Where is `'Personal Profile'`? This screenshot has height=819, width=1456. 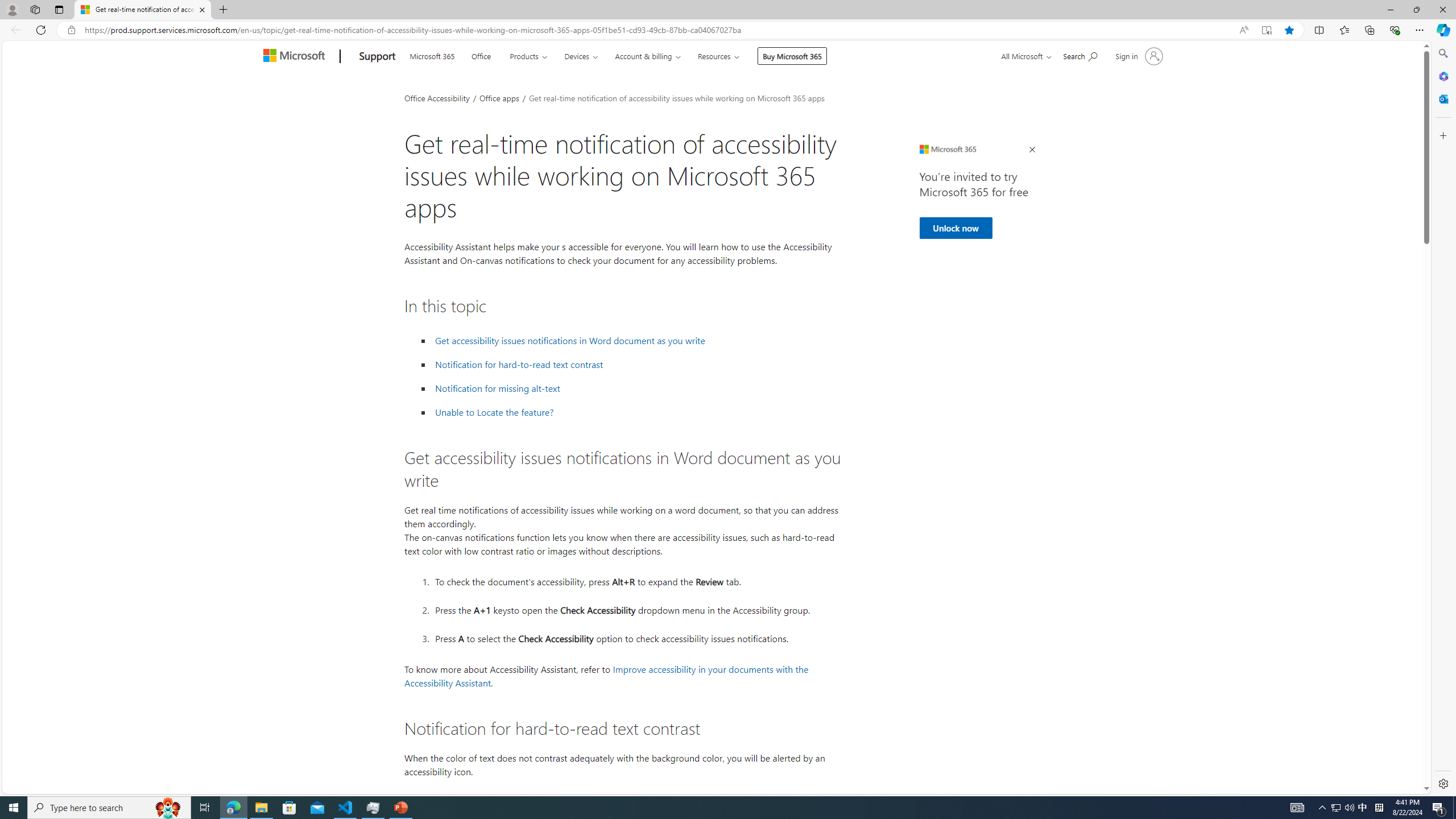
'Personal Profile' is located at coordinates (11, 9).